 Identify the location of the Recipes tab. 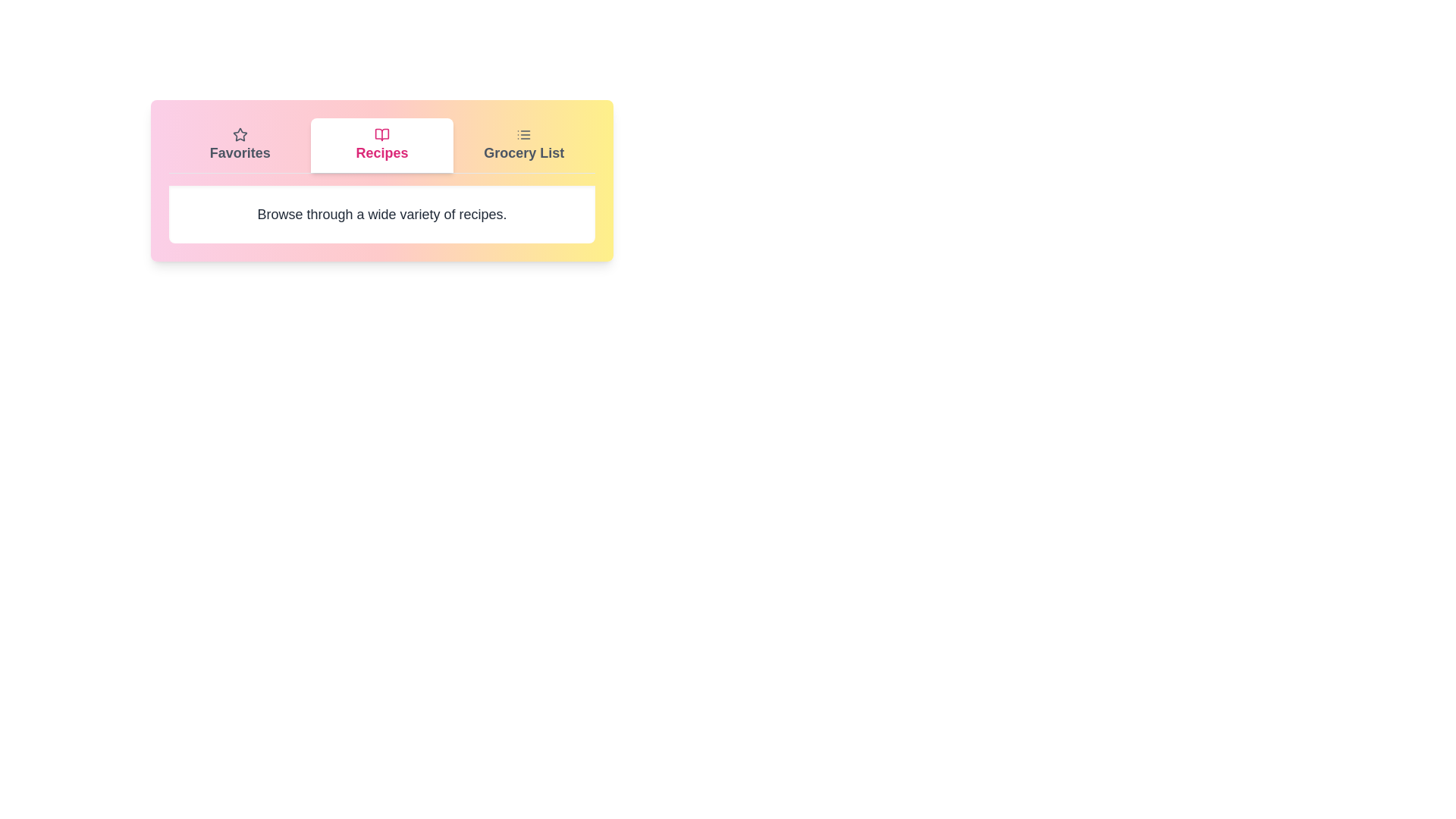
(382, 146).